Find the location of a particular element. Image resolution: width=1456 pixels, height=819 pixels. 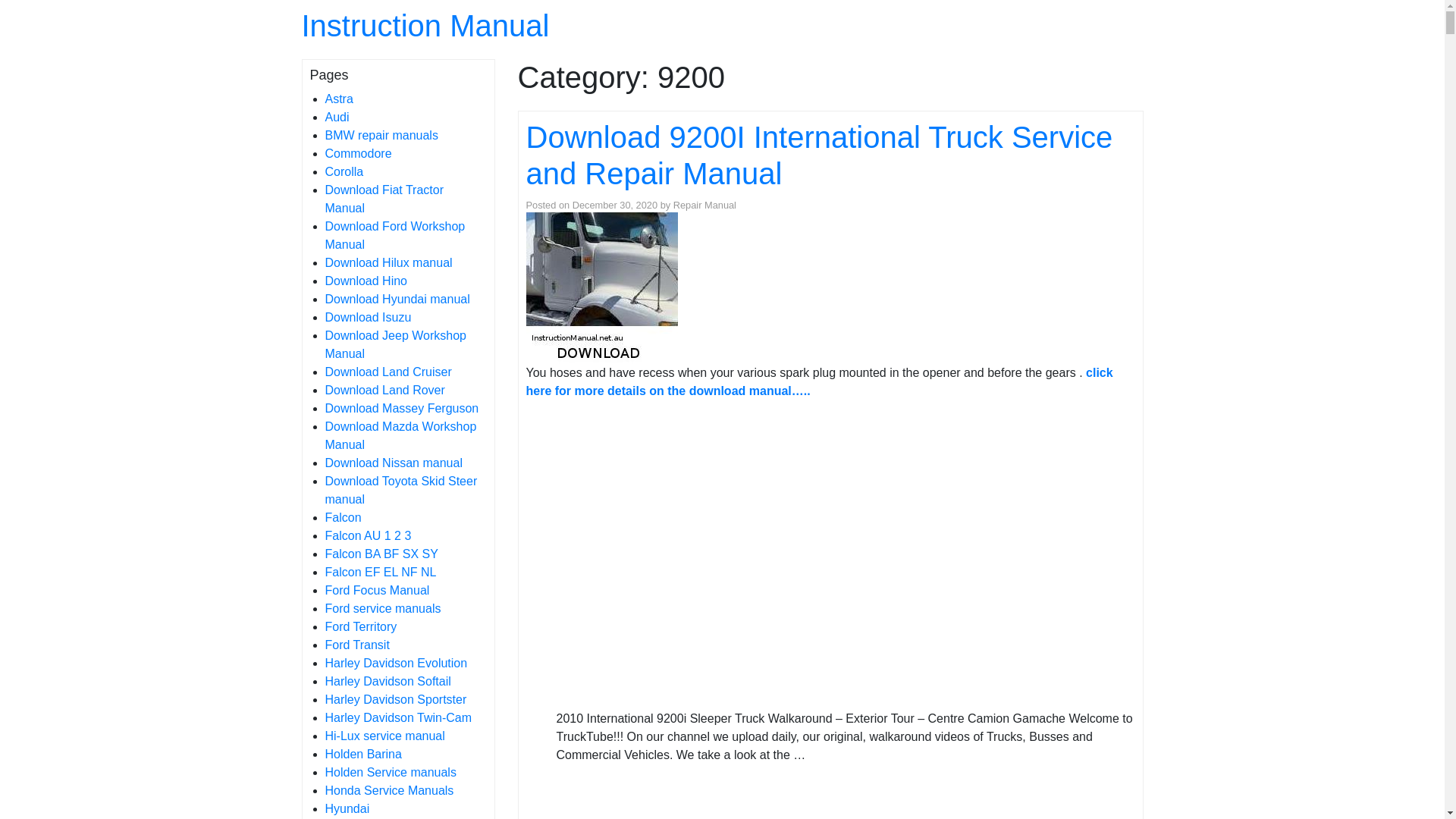

'Harley Davidson Twin-Cam' is located at coordinates (397, 717).